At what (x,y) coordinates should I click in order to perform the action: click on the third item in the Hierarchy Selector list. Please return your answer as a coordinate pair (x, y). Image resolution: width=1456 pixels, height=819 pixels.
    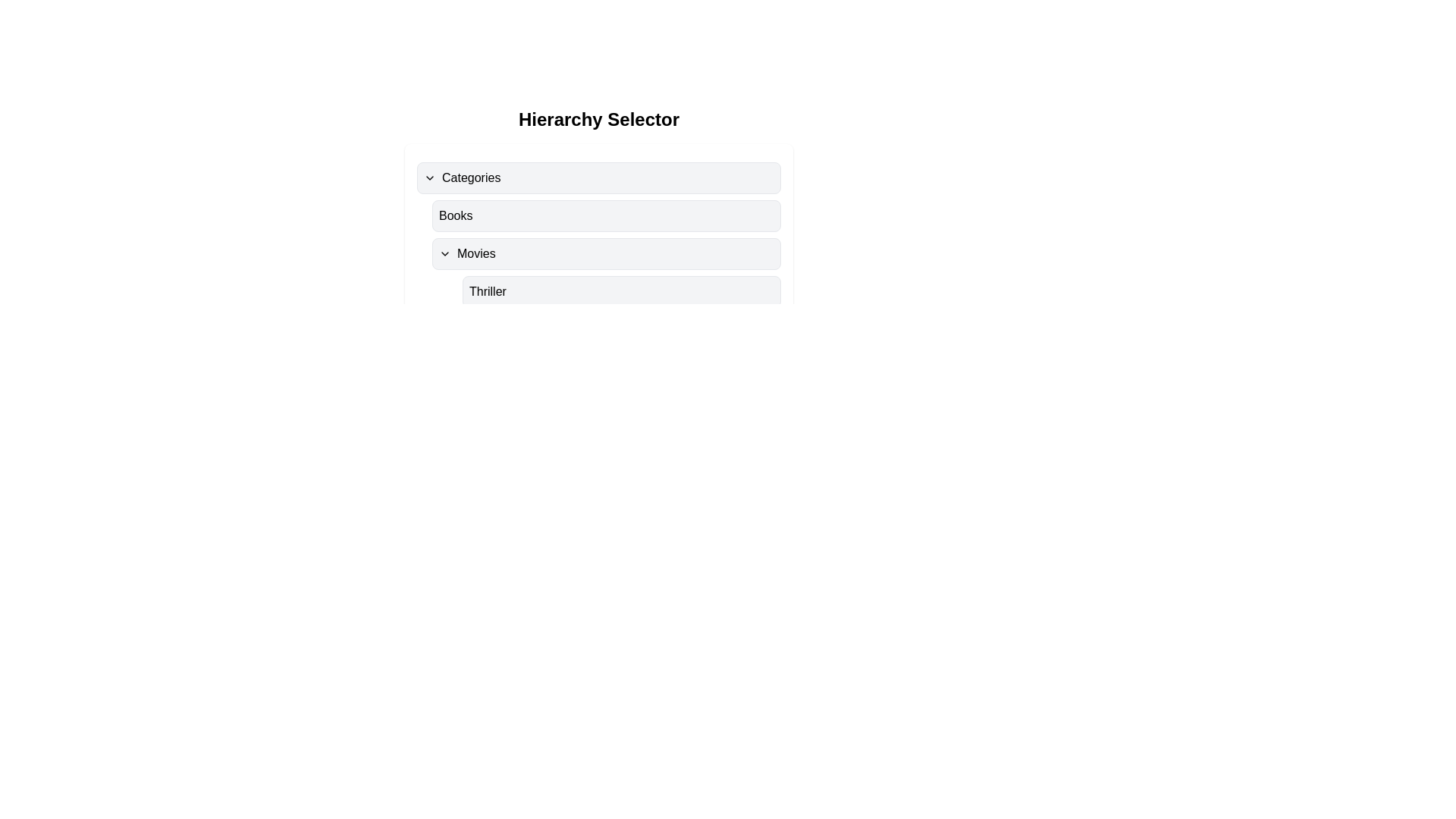
    Looking at the image, I should click on (598, 250).